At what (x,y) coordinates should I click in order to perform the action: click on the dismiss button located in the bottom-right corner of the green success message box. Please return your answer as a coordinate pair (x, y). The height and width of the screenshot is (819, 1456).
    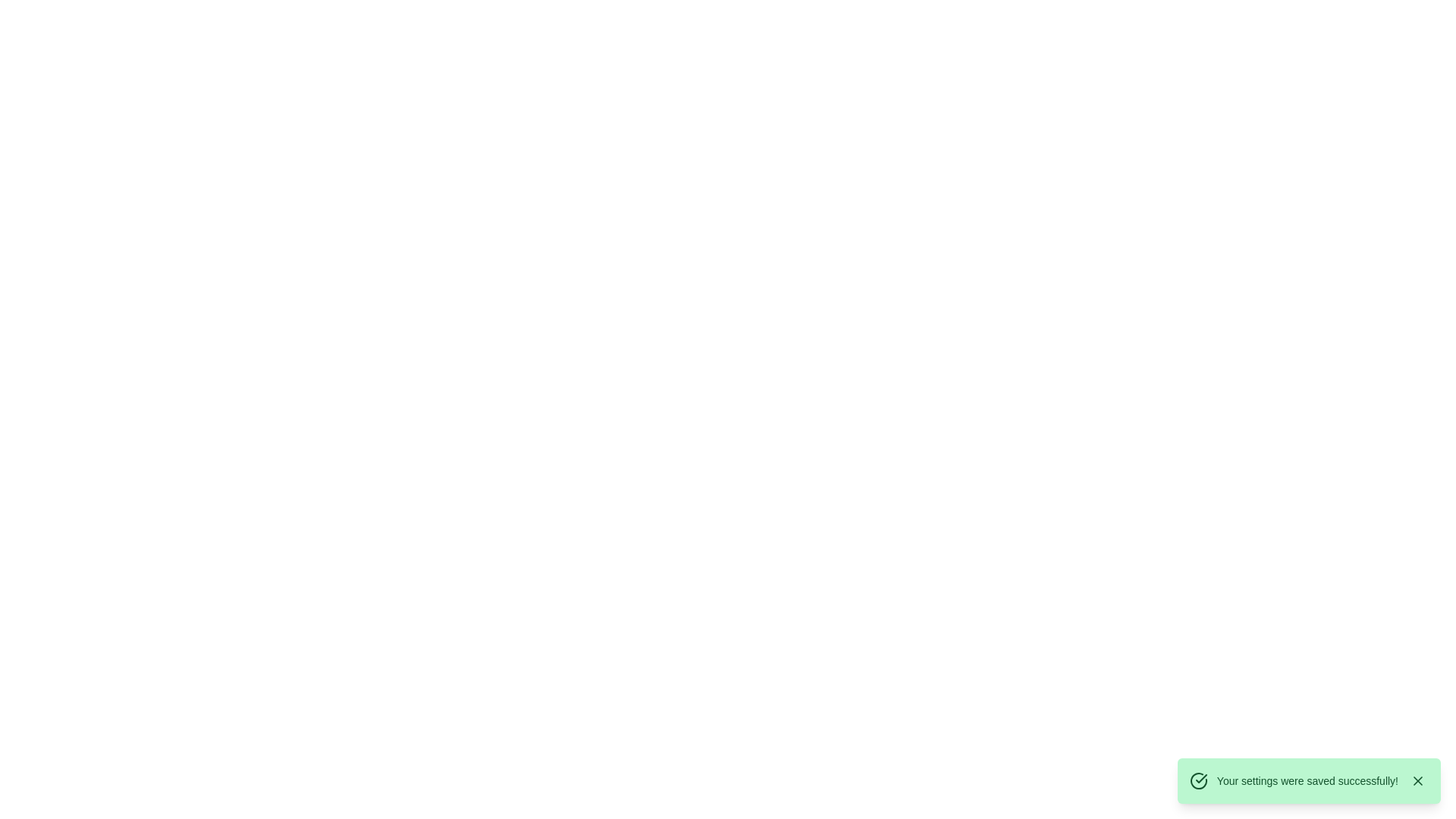
    Looking at the image, I should click on (1417, 780).